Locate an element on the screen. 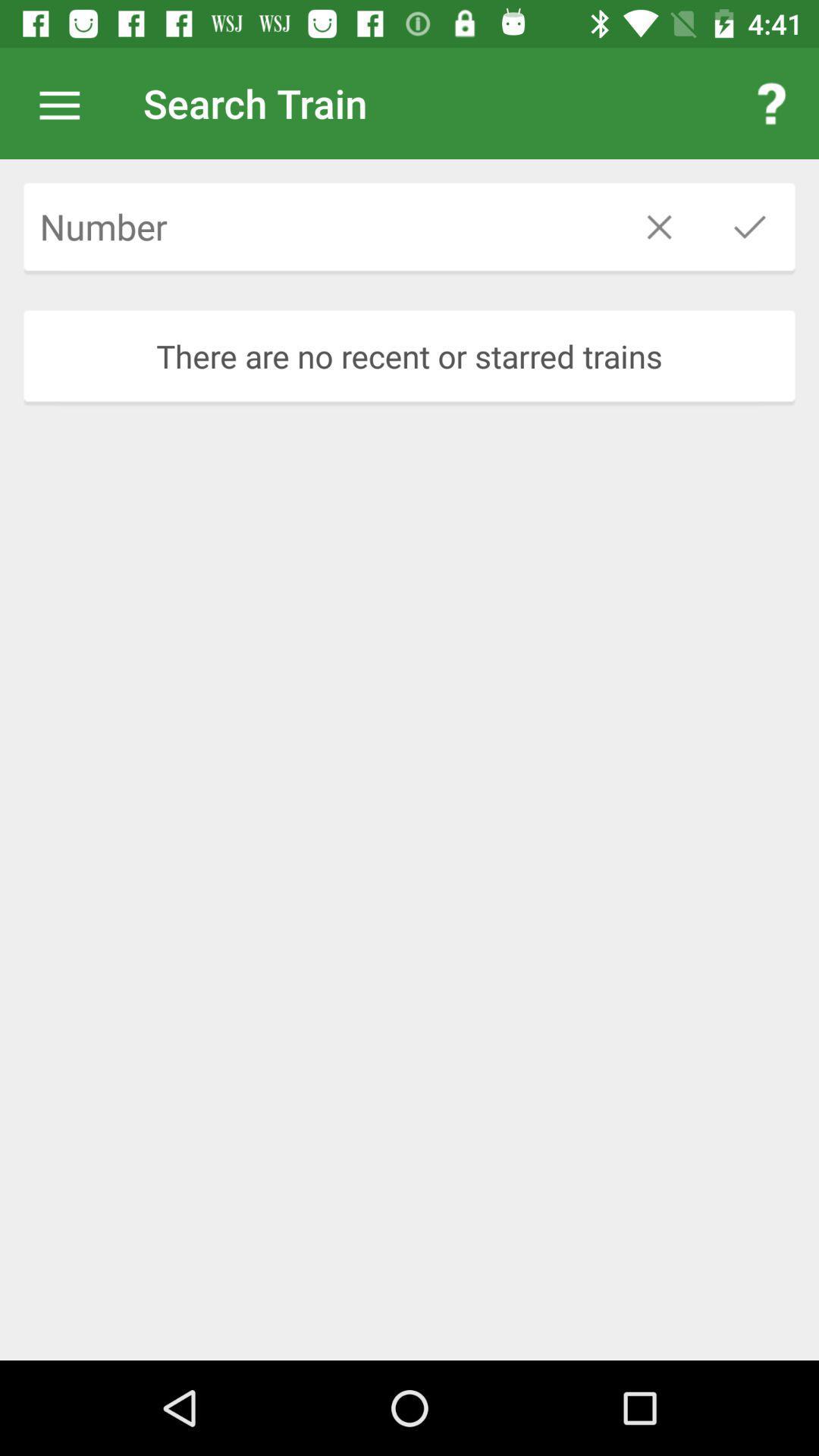  the close icon is located at coordinates (658, 226).